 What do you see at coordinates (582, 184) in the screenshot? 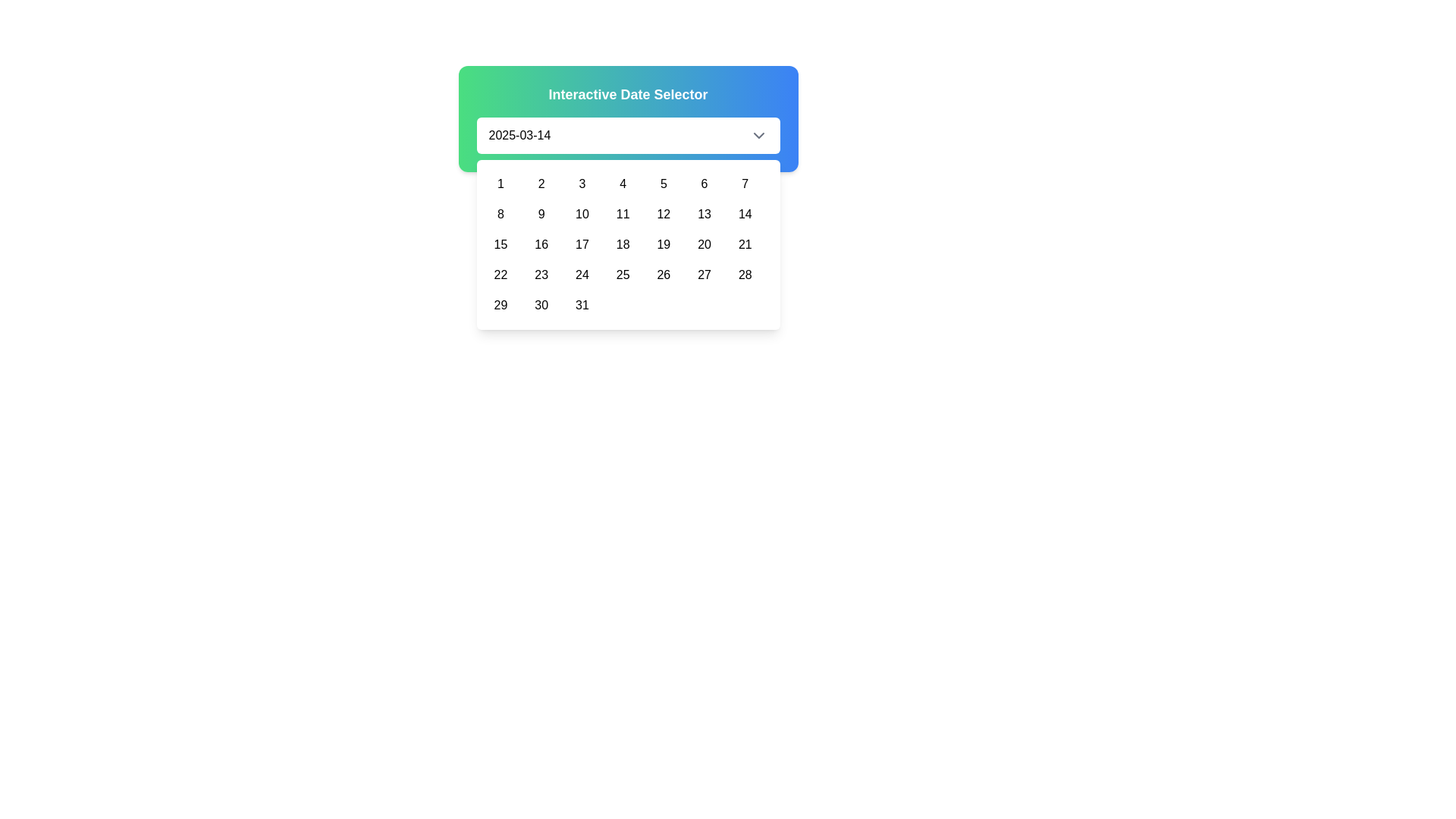
I see `the small square button with rounded borders that contains the number '3' in a date-picker interface` at bounding box center [582, 184].